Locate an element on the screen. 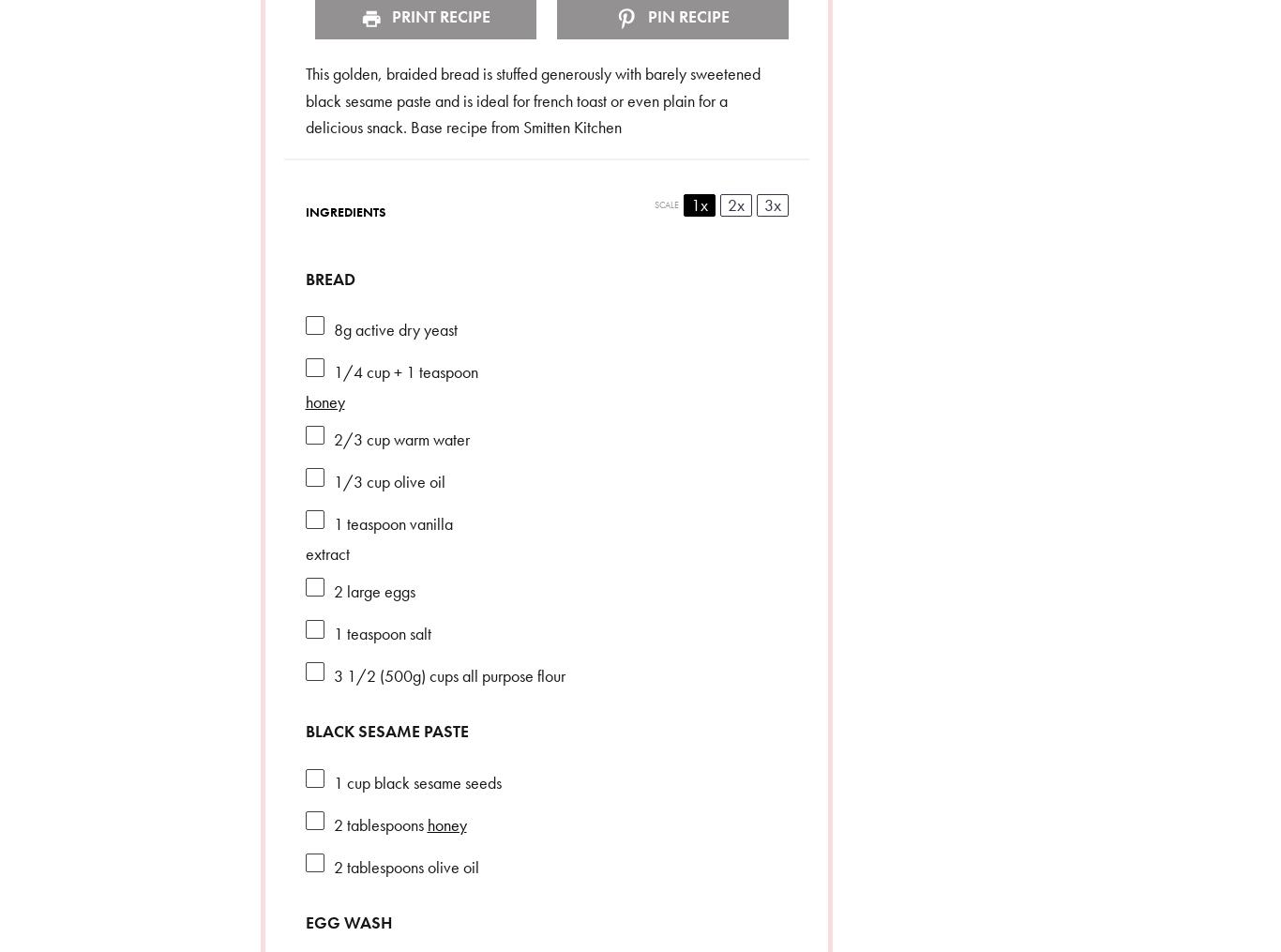  'vanilla extract' is located at coordinates (377, 537).